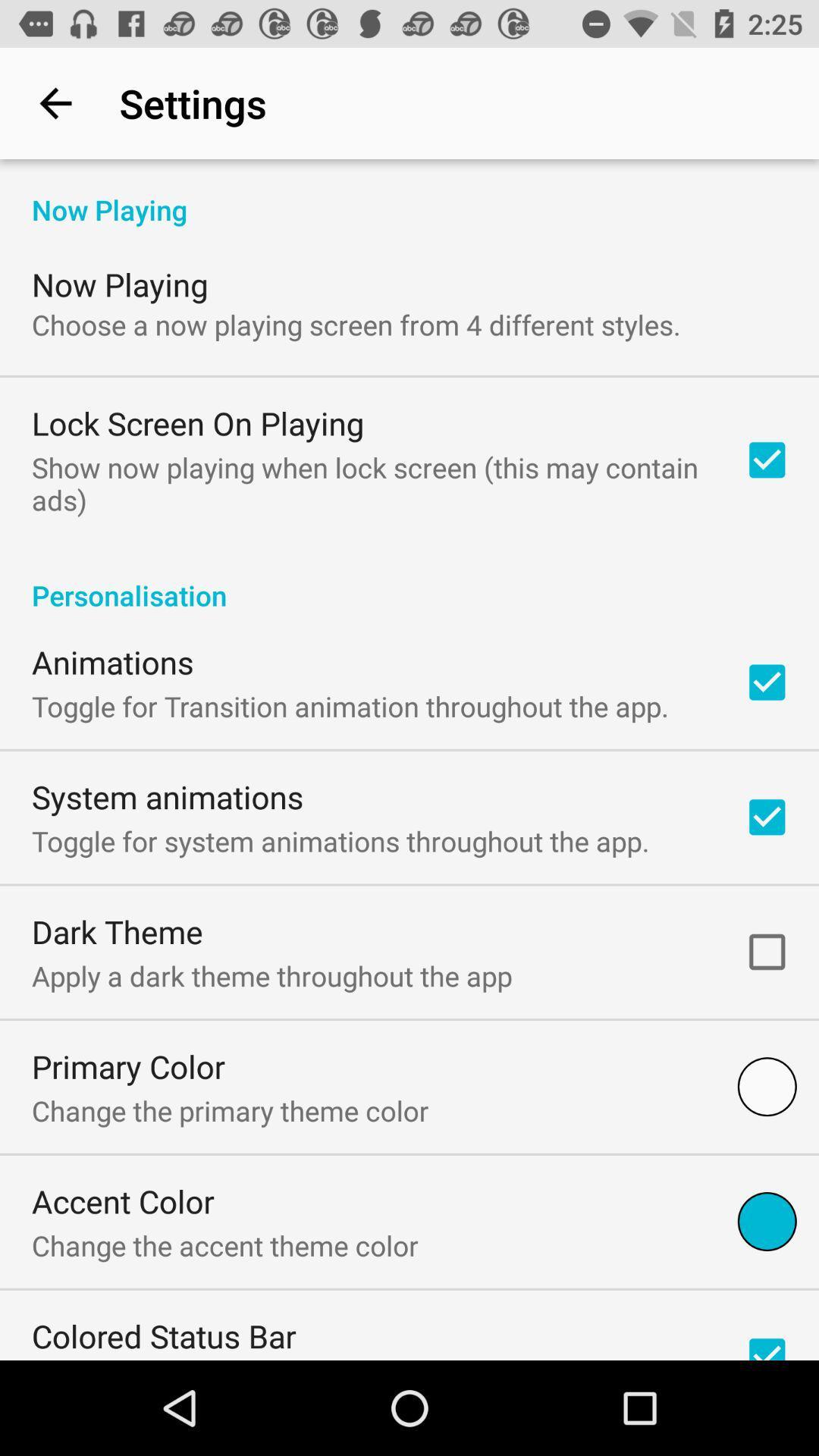  Describe the element at coordinates (271, 975) in the screenshot. I see `item below dark theme` at that location.